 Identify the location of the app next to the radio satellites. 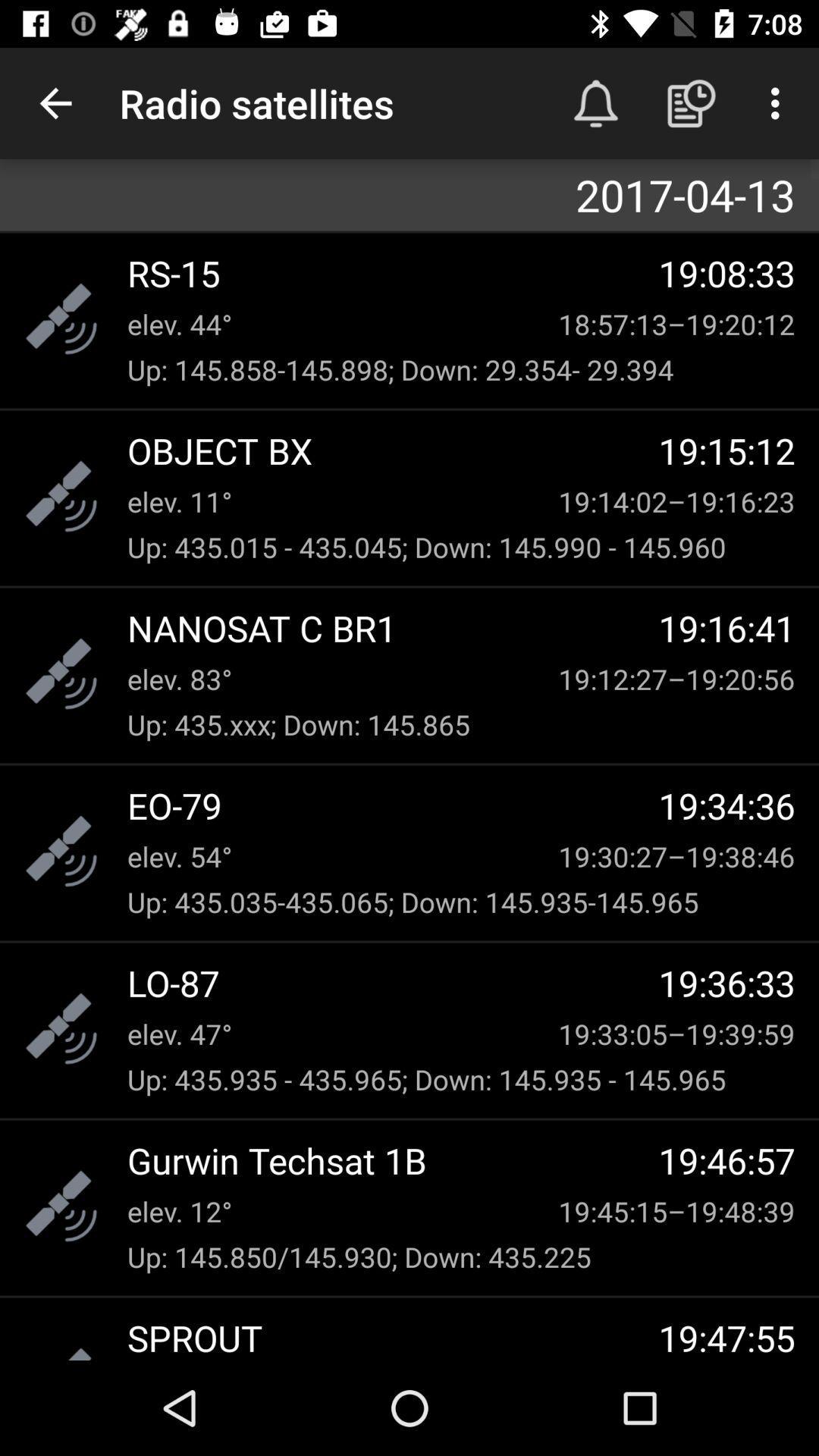
(55, 102).